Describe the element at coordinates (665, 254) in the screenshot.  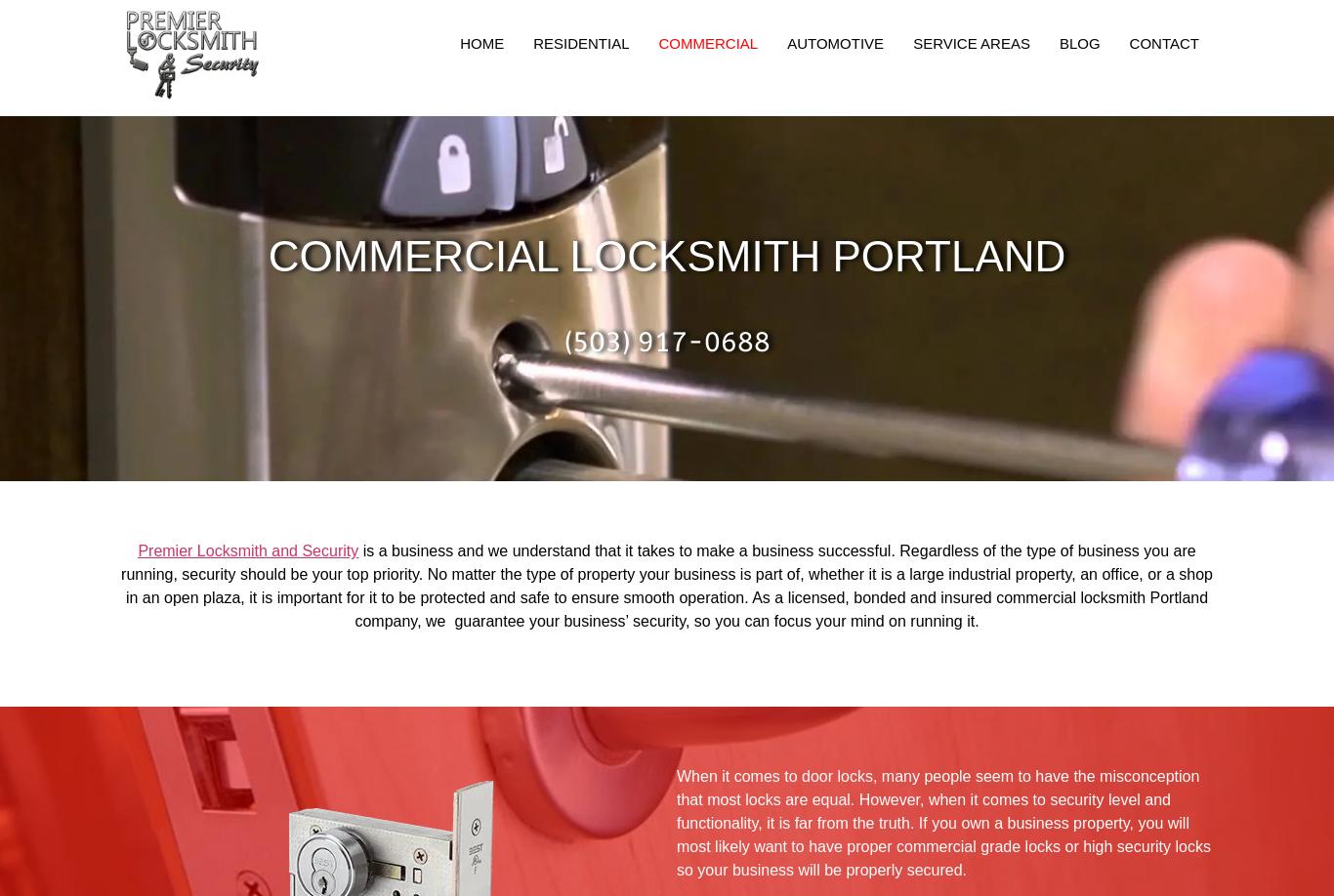
I see `'Commercial Locksmith Portland'` at that location.